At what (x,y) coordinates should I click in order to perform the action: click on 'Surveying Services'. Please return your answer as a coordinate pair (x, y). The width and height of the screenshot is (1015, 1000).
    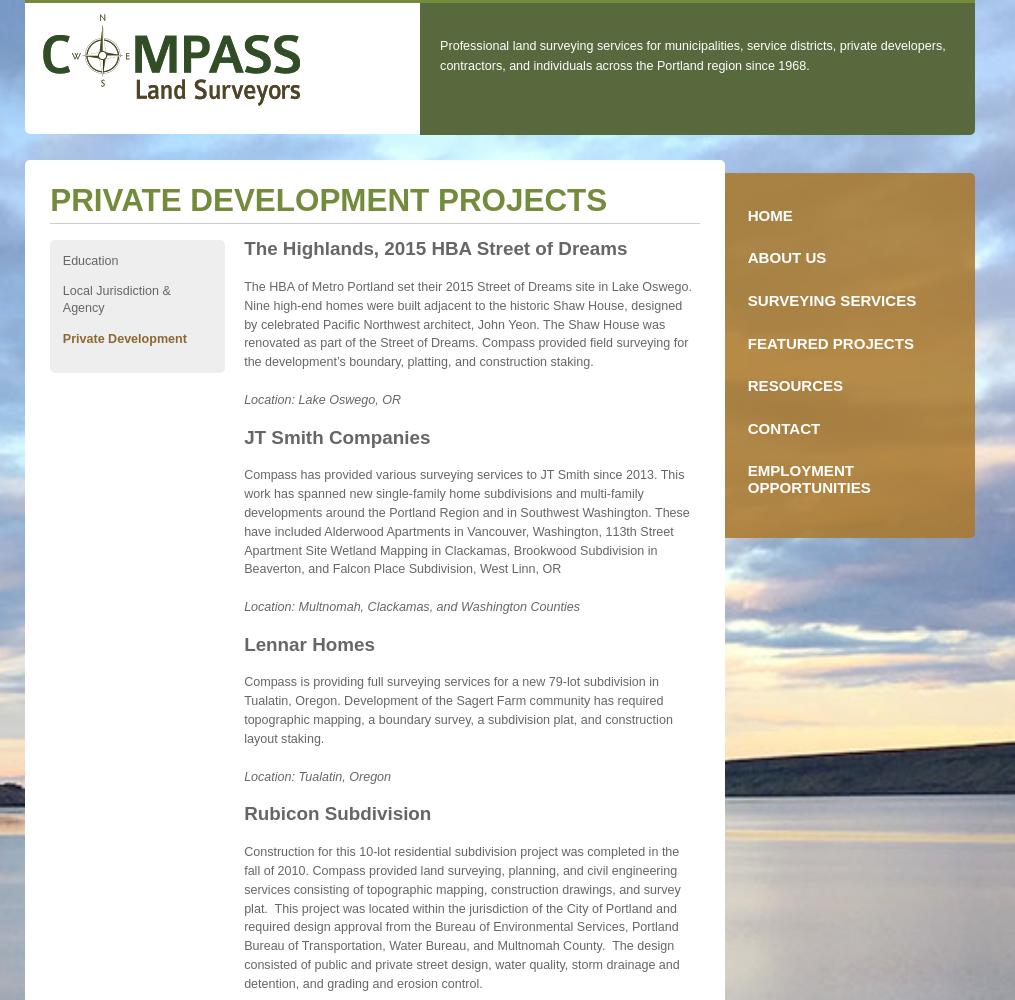
    Looking at the image, I should click on (831, 300).